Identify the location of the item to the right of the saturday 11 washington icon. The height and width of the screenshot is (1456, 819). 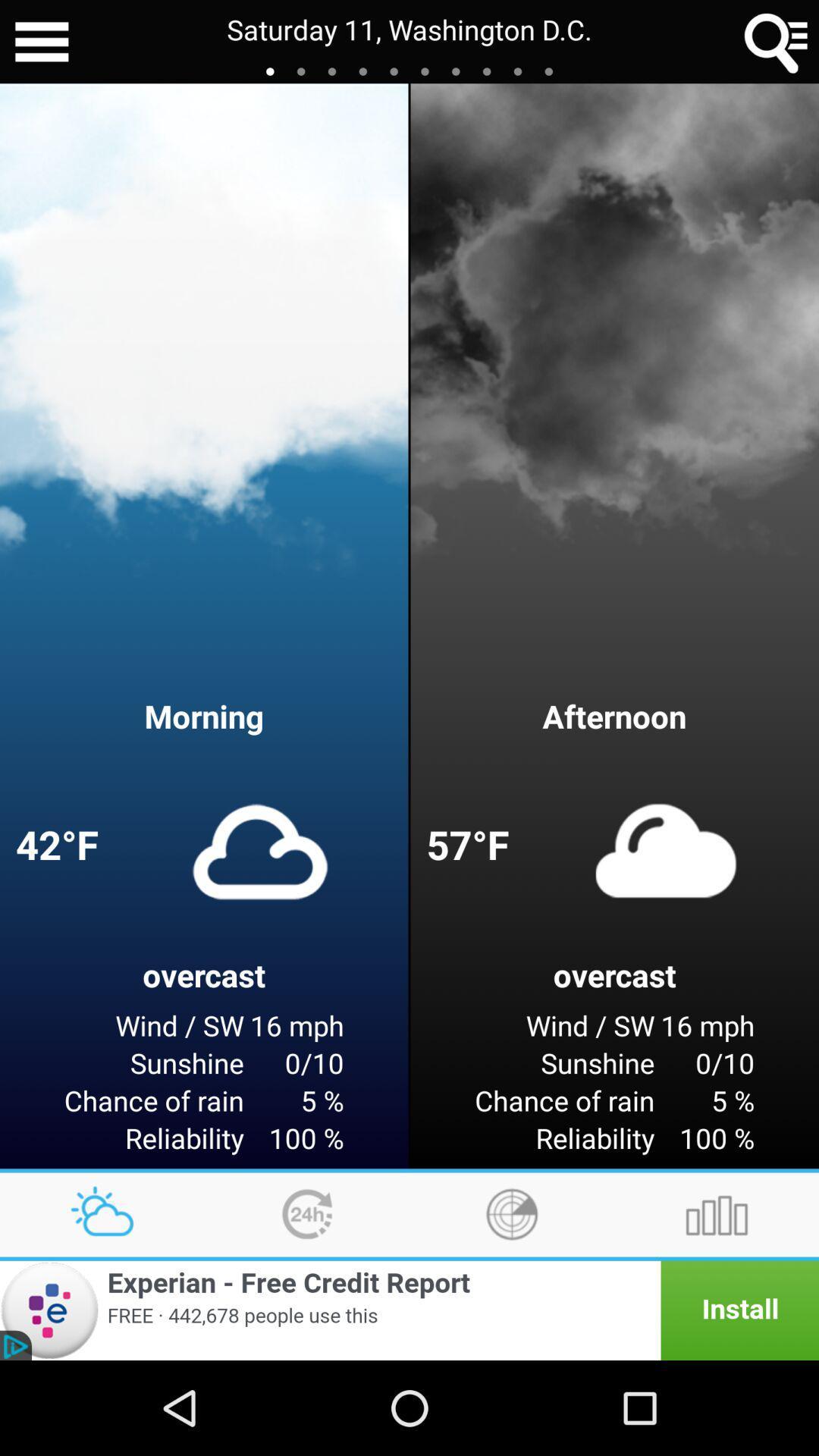
(777, 42).